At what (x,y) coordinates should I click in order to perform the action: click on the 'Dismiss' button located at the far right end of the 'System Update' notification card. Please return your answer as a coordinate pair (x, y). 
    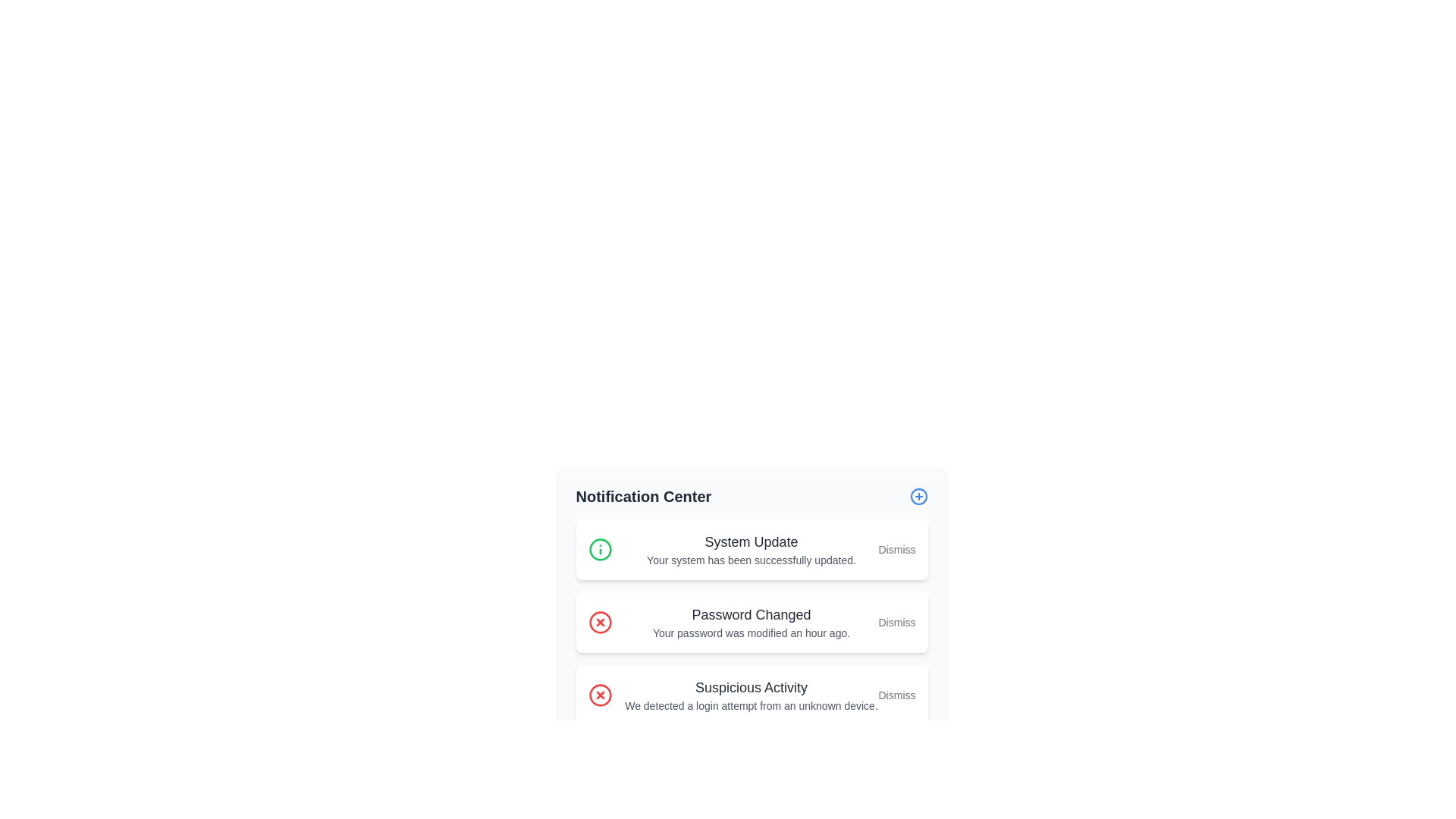
    Looking at the image, I should click on (896, 550).